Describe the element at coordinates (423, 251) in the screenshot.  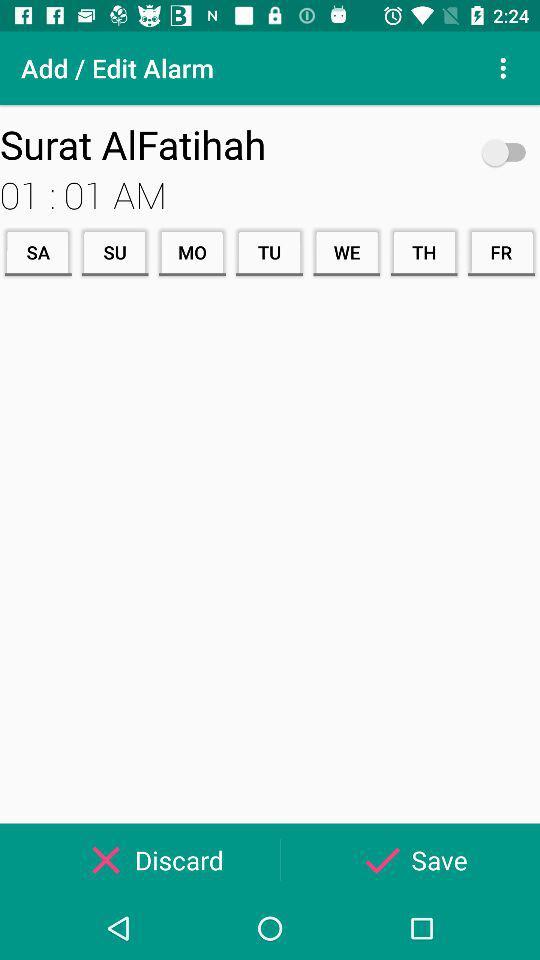
I see `the item below 01 : 01 am` at that location.